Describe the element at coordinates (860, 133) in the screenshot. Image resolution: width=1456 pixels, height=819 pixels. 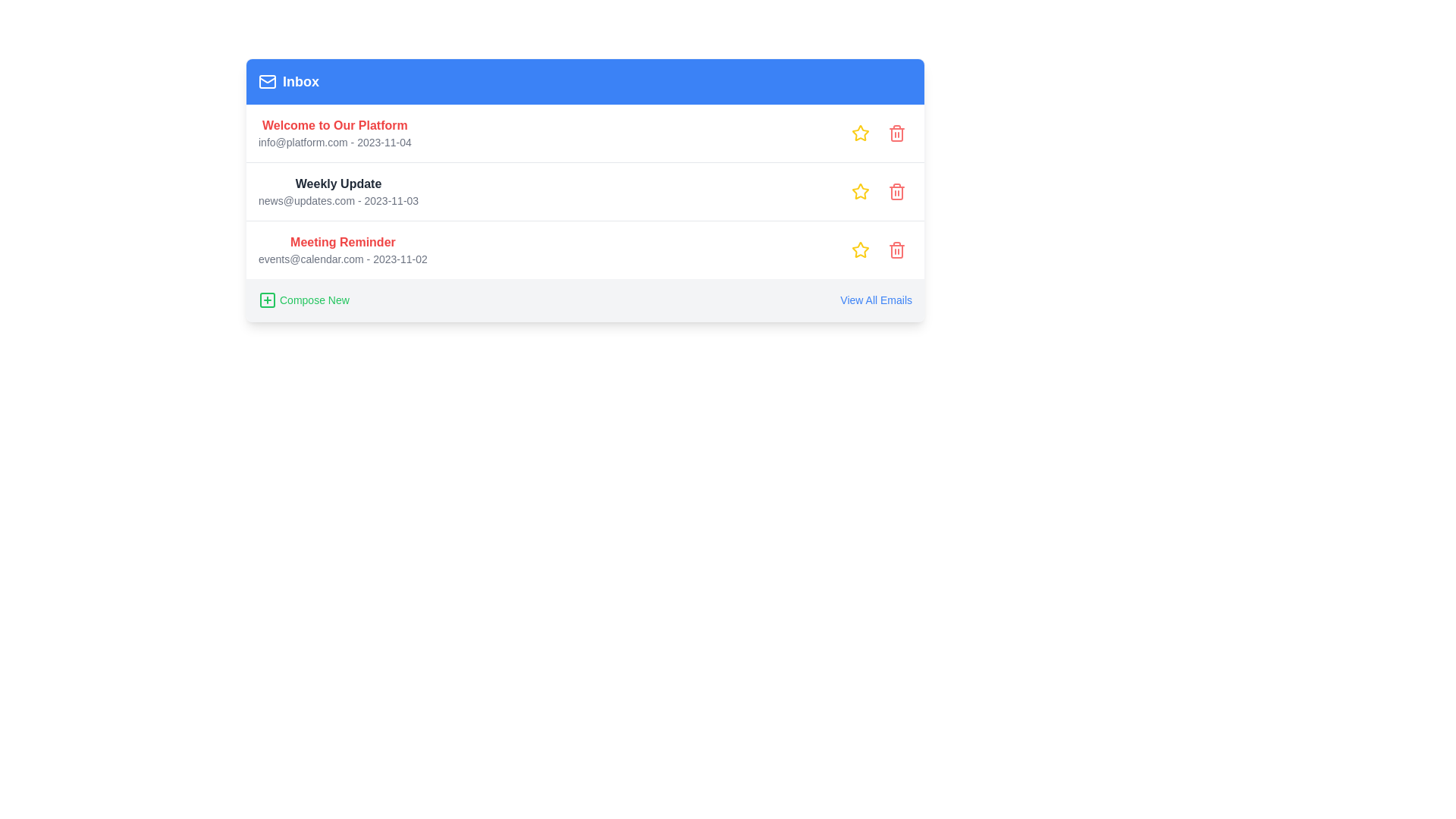
I see `the star indicator button in the first row of the email list` at that location.